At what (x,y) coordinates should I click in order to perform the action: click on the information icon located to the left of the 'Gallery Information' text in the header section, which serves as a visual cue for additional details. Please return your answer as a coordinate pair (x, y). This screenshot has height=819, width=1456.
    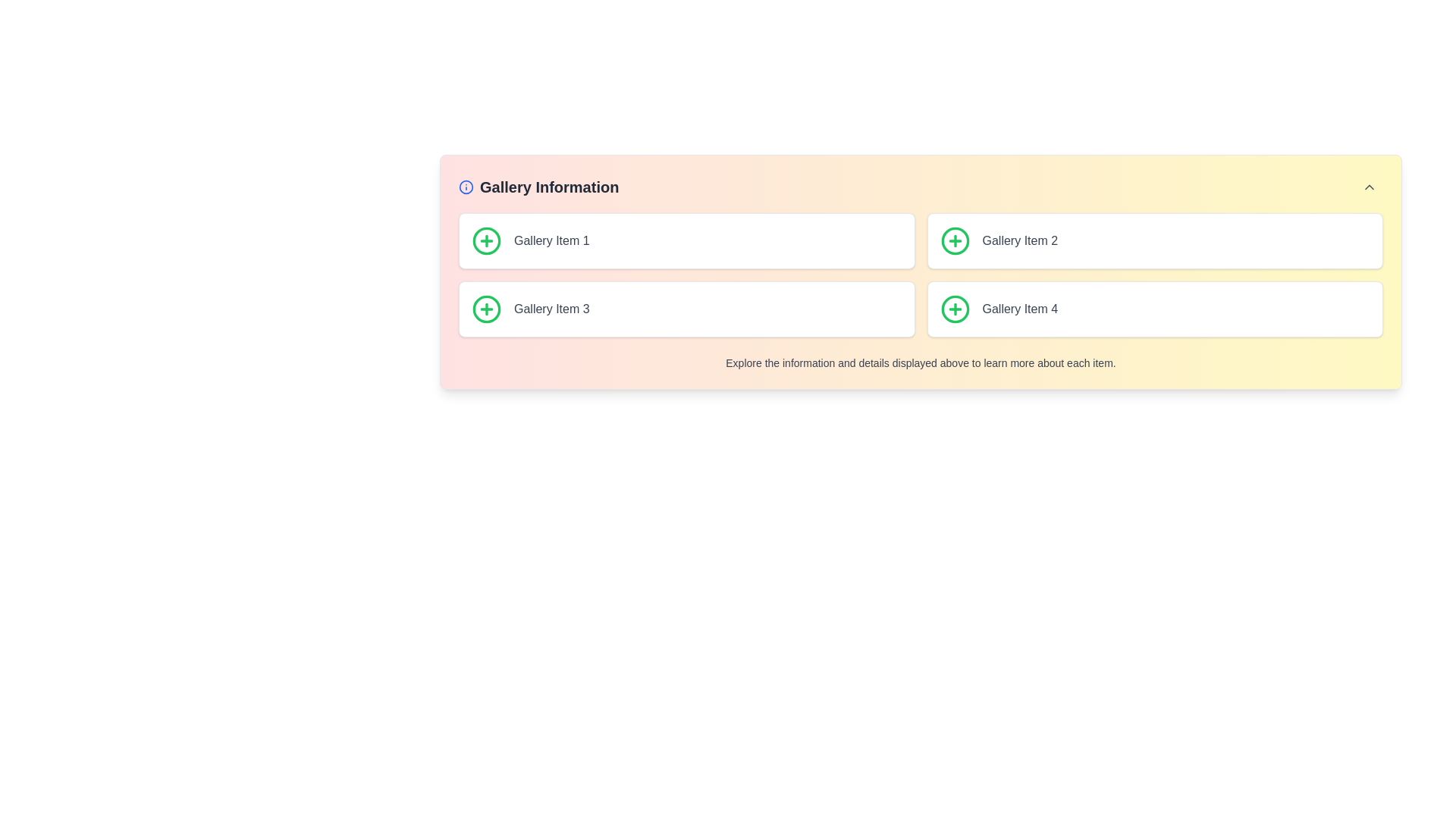
    Looking at the image, I should click on (465, 186).